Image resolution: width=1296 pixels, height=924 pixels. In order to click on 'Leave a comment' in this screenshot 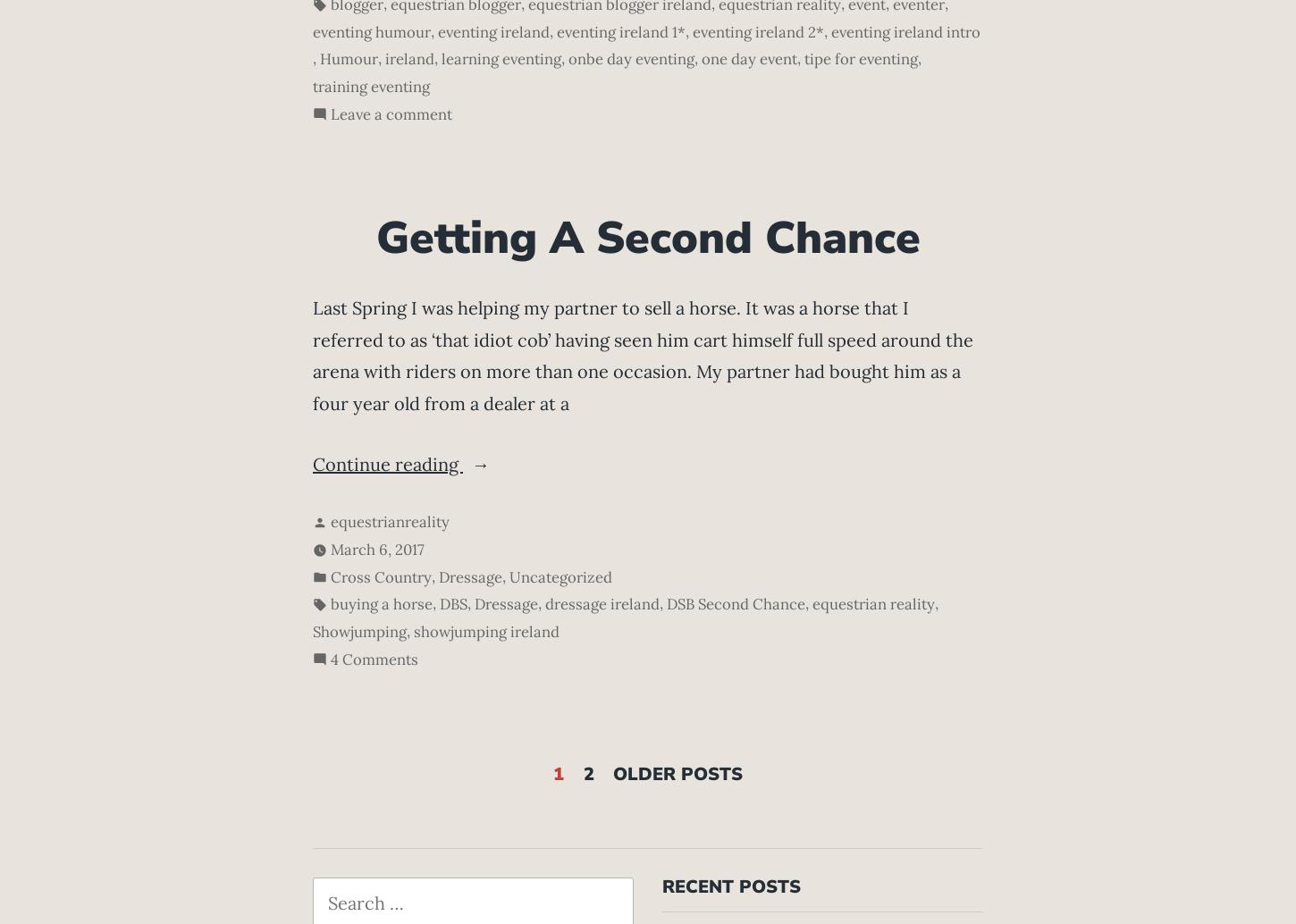, I will do `click(391, 113)`.